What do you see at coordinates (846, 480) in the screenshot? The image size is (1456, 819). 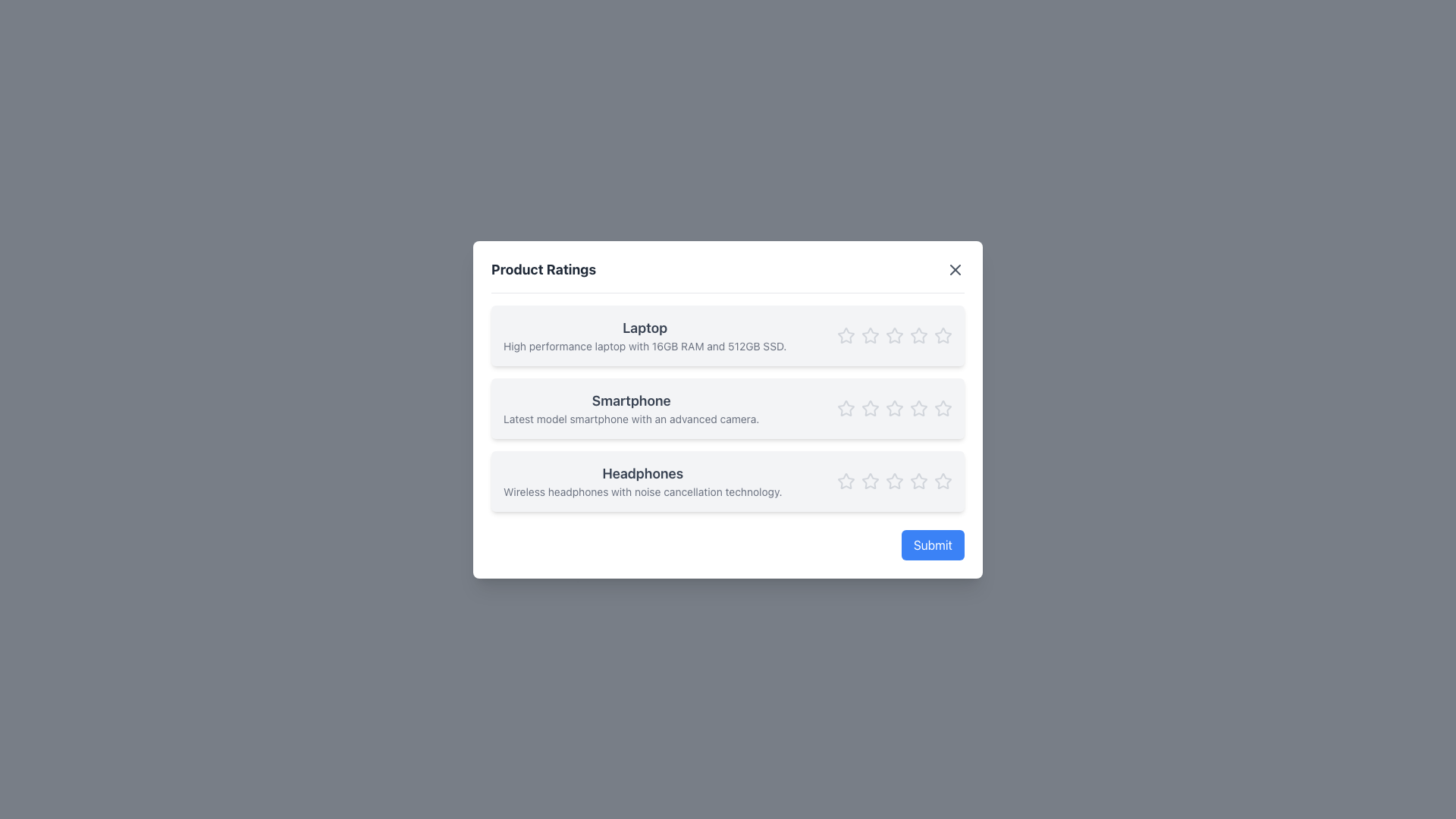 I see `the first rating star icon associated with the 'Headphones' product` at bounding box center [846, 480].